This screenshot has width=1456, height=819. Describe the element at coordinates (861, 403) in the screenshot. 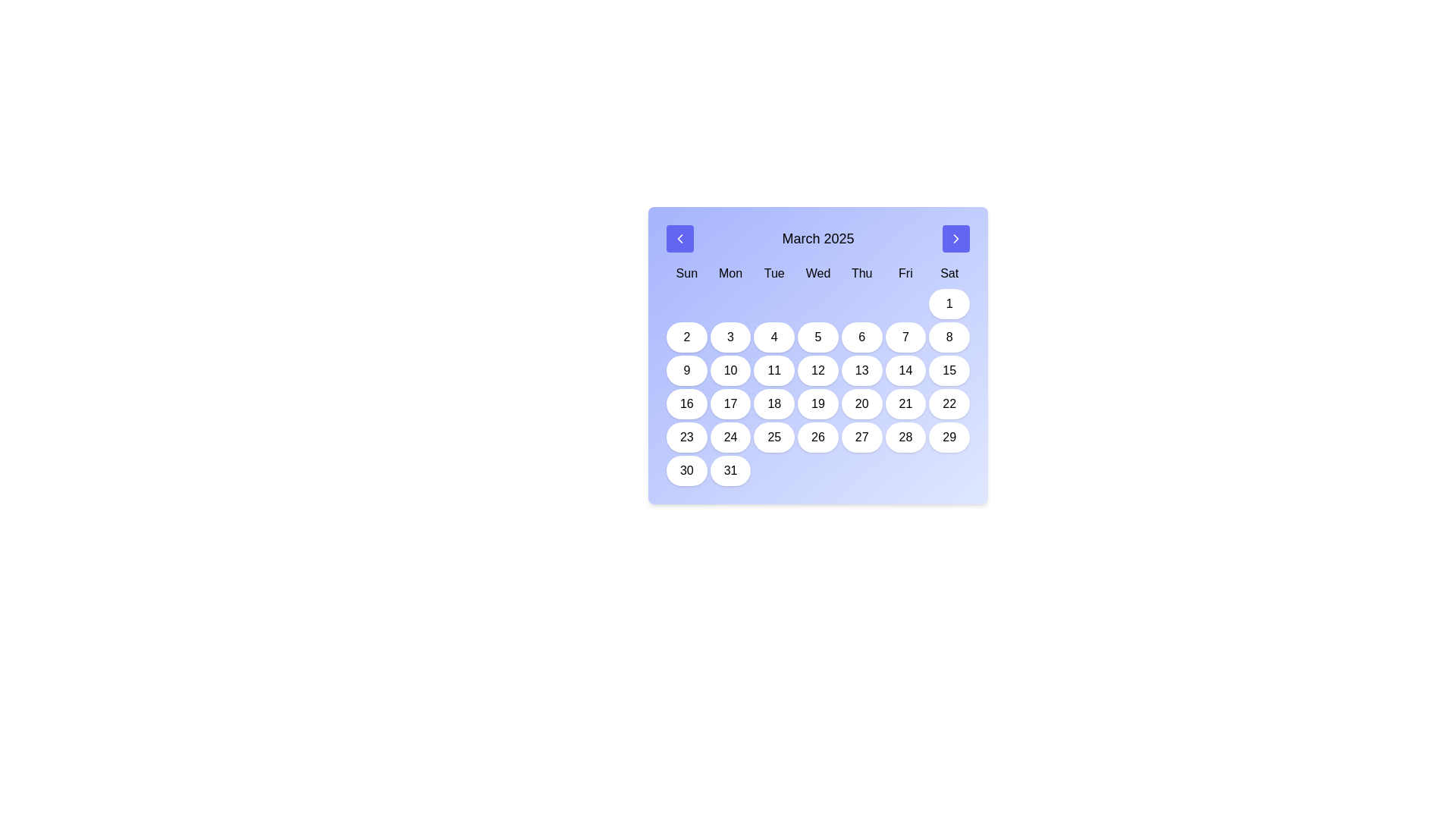

I see `the circular button with the number '20' in bold text` at that location.